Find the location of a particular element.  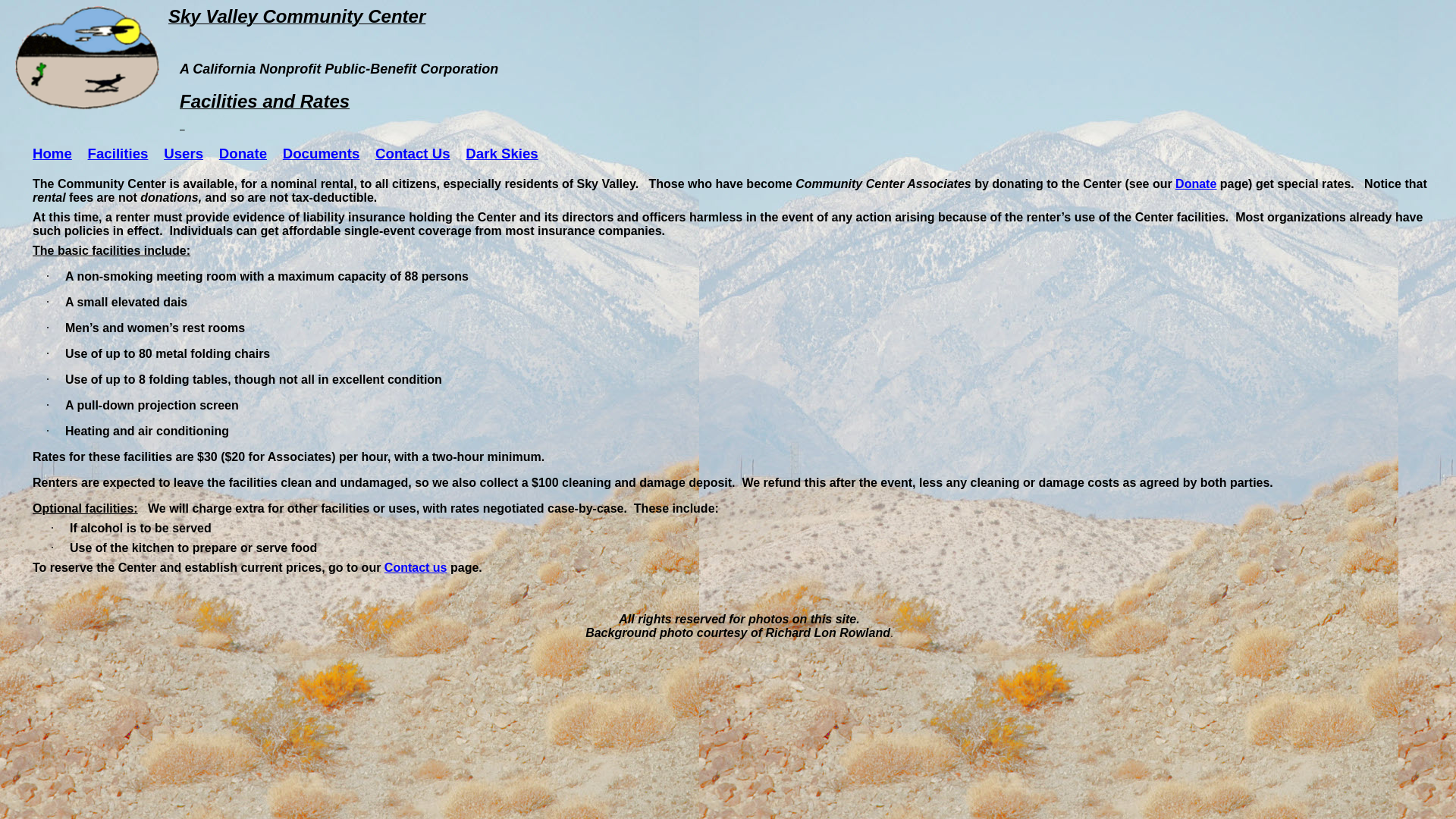

'Contact us' is located at coordinates (416, 567).